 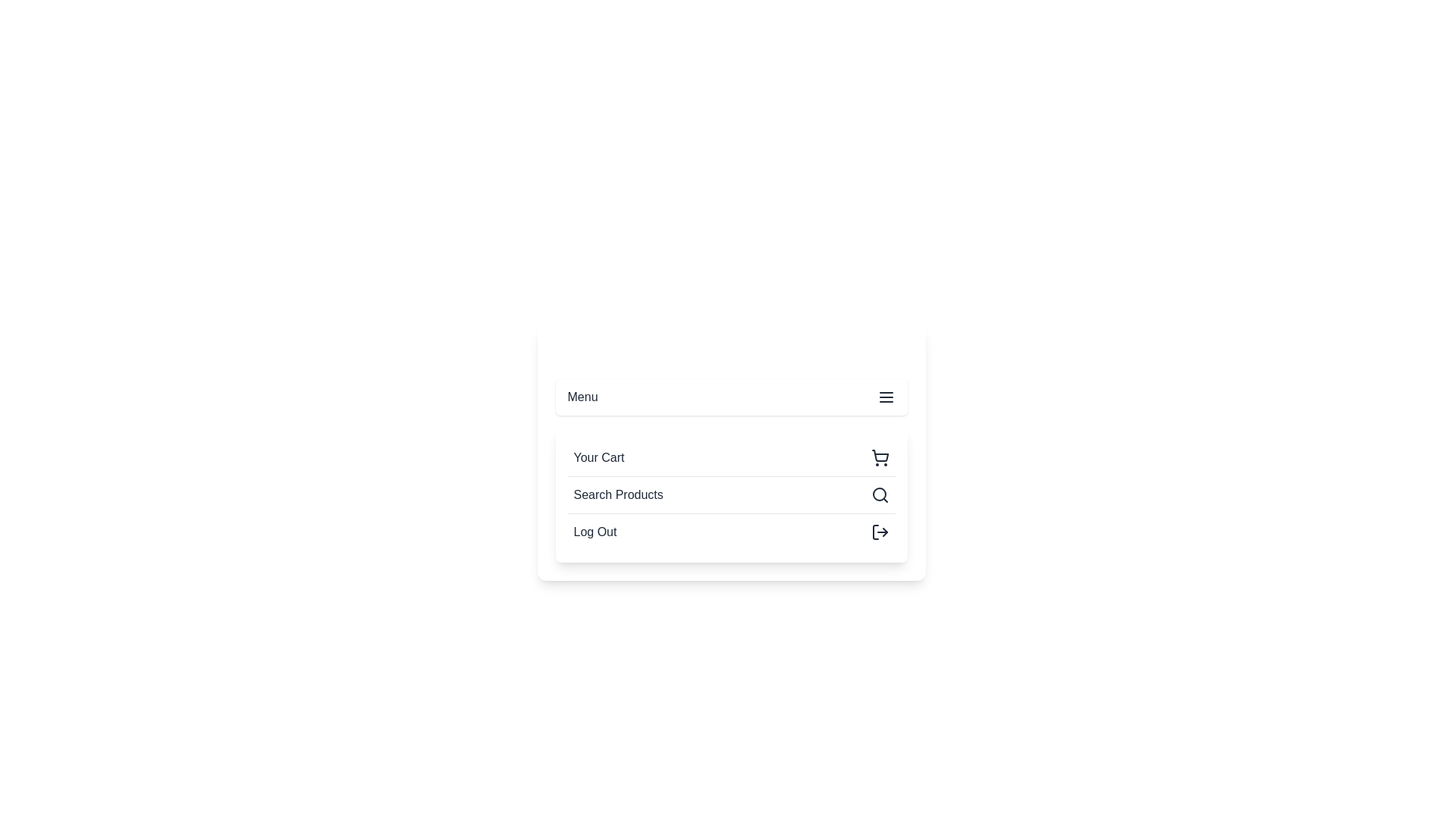 What do you see at coordinates (731, 494) in the screenshot?
I see `the clickable list item that initiates a search function, located in the E-Commerce Dashboard, specifically the second row below 'Your Cart'` at bounding box center [731, 494].